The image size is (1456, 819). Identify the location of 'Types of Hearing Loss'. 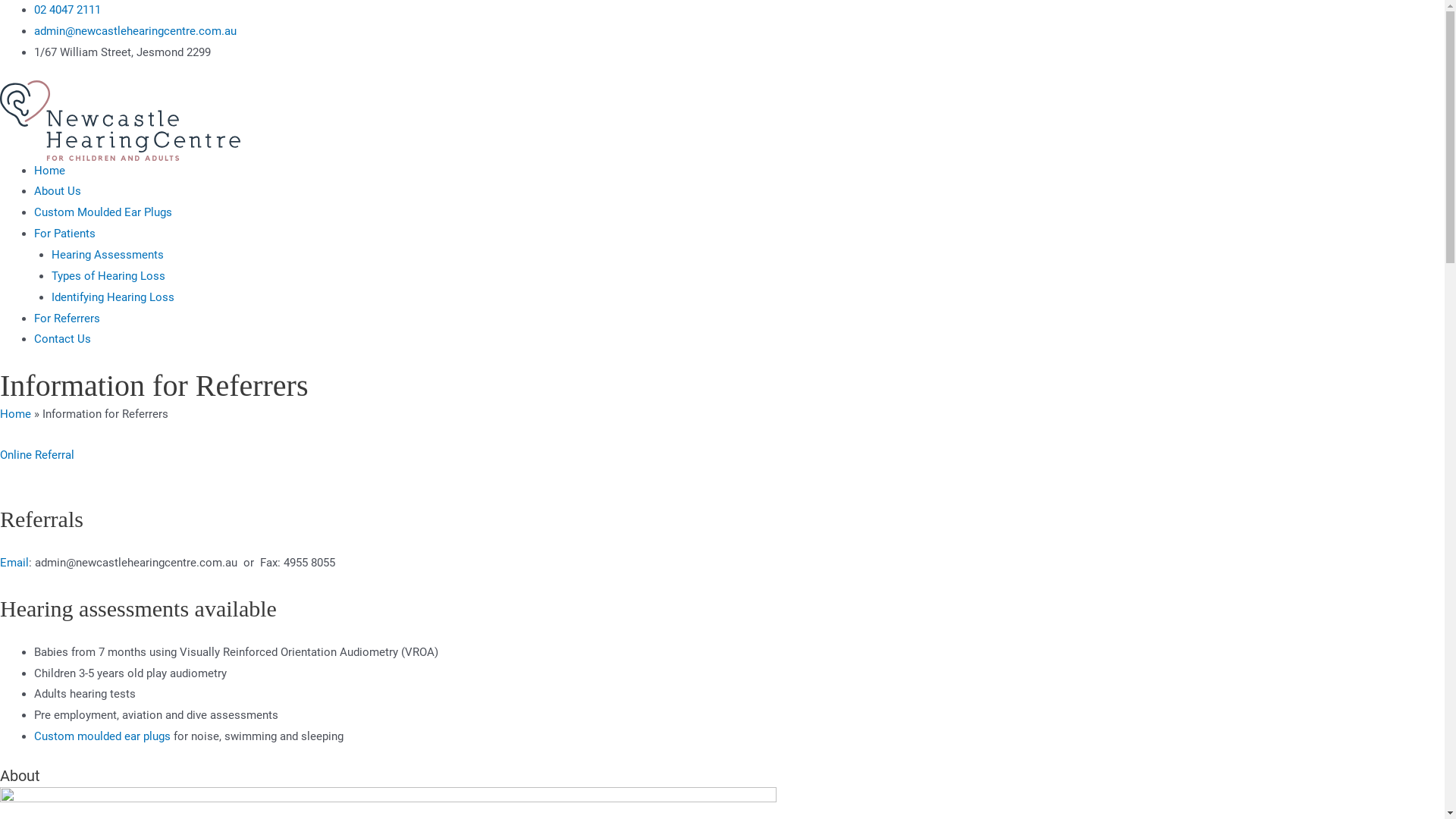
(108, 275).